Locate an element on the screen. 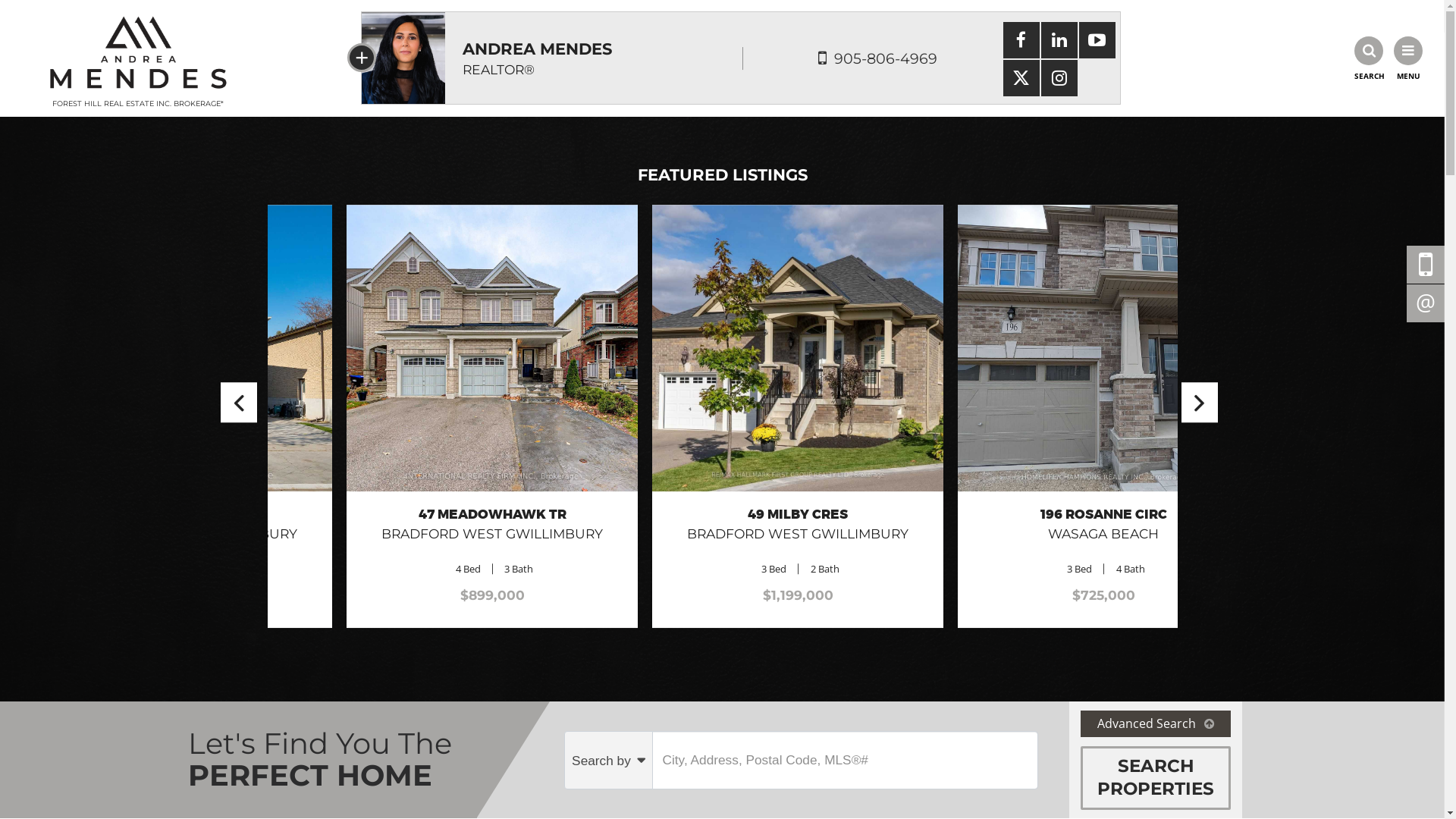 Image resolution: width=1456 pixels, height=819 pixels. 'SEARCH PROPERTIES' is located at coordinates (1154, 778).